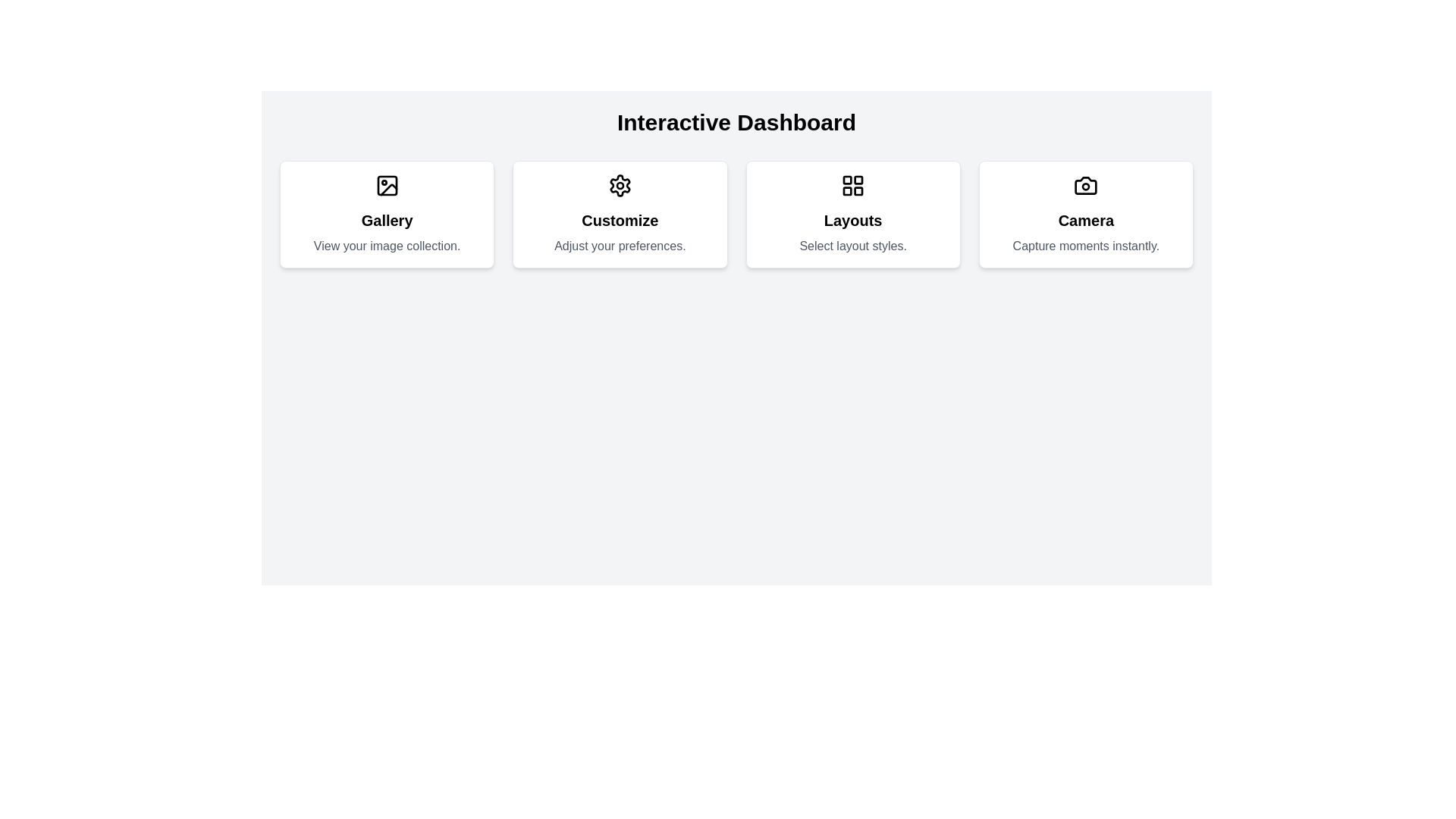  I want to click on the second card in the row of four cards, so click(620, 214).